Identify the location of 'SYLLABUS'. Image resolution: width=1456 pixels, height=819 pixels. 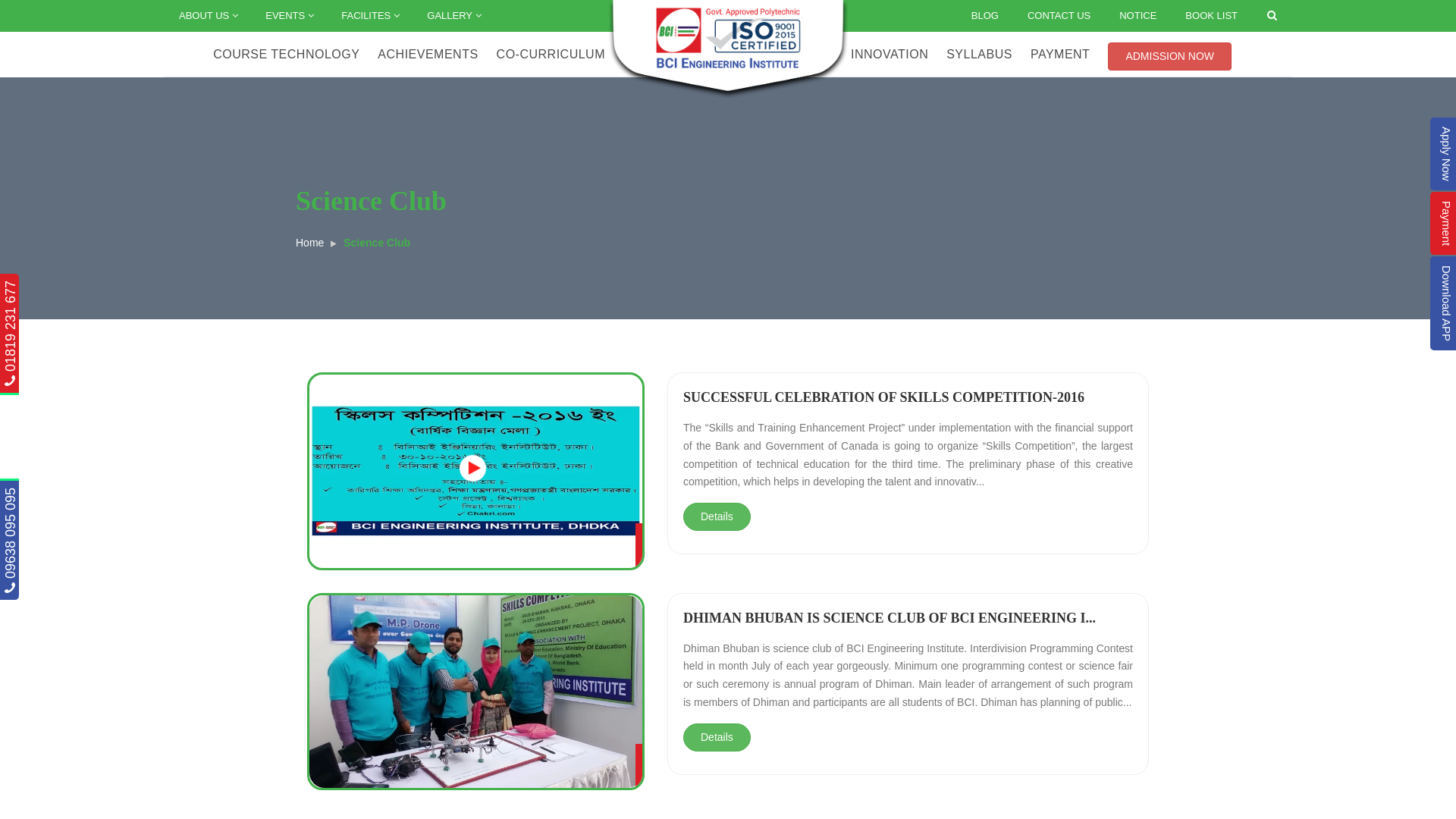
(979, 55).